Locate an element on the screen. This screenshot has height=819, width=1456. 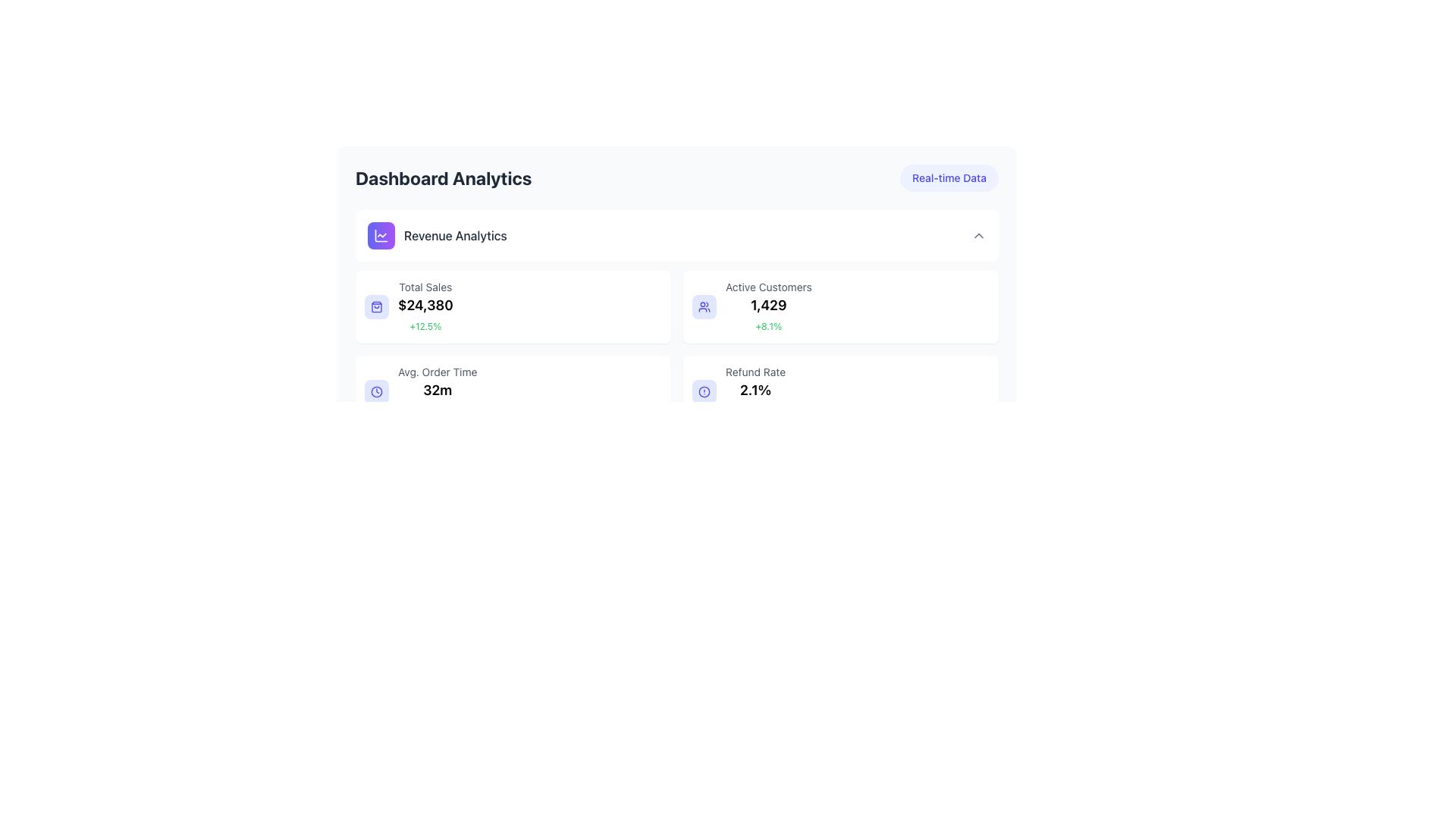
the shopping bag icon located in the 'Total Sales' section of the dashboard using accessibility tools is located at coordinates (377, 307).